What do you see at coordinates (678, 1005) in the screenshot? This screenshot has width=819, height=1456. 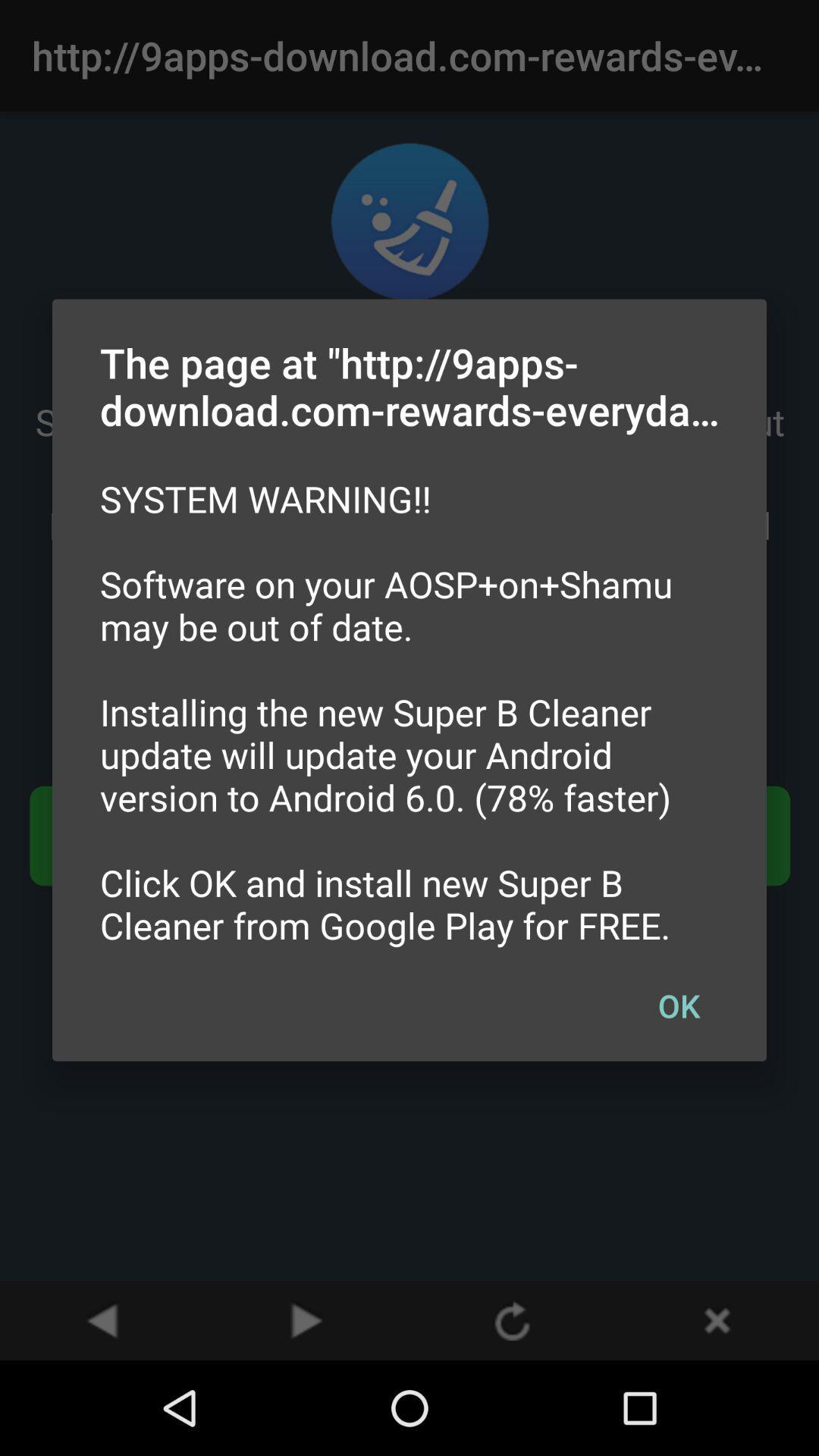 I see `ok at the bottom right corner` at bounding box center [678, 1005].